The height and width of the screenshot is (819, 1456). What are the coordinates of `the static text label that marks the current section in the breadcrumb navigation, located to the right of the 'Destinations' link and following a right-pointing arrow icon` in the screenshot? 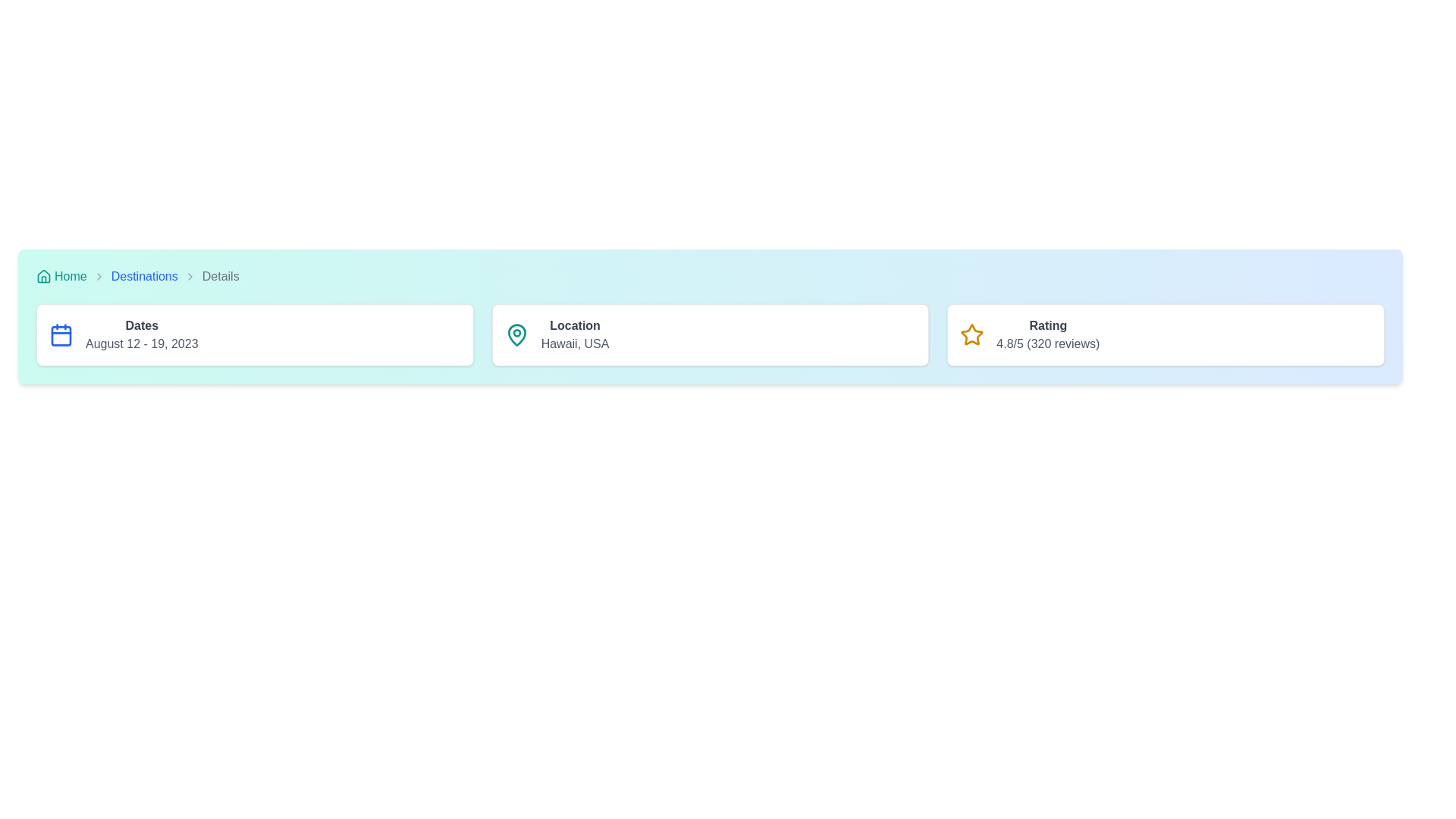 It's located at (220, 277).